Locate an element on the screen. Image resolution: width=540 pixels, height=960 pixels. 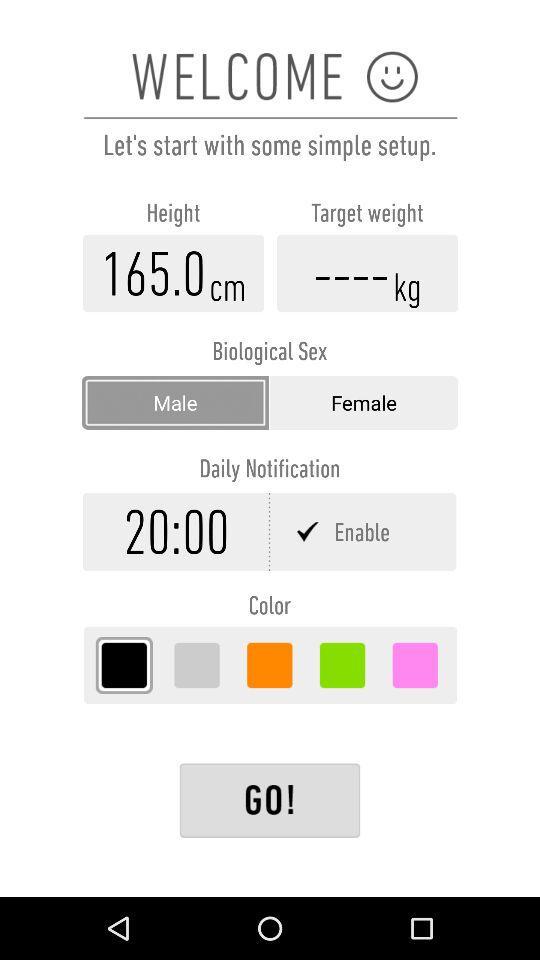
color is located at coordinates (269, 665).